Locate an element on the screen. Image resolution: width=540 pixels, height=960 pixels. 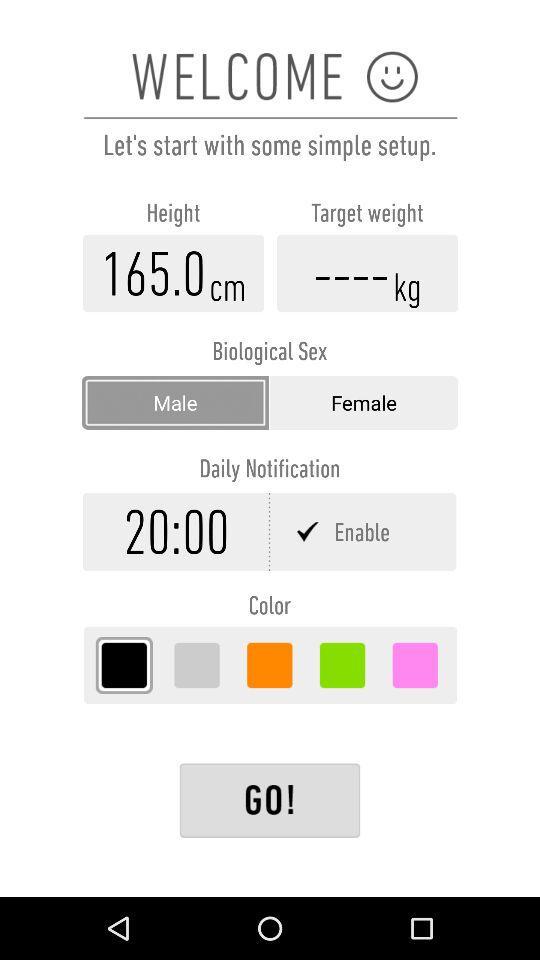
color is located at coordinates (269, 665).